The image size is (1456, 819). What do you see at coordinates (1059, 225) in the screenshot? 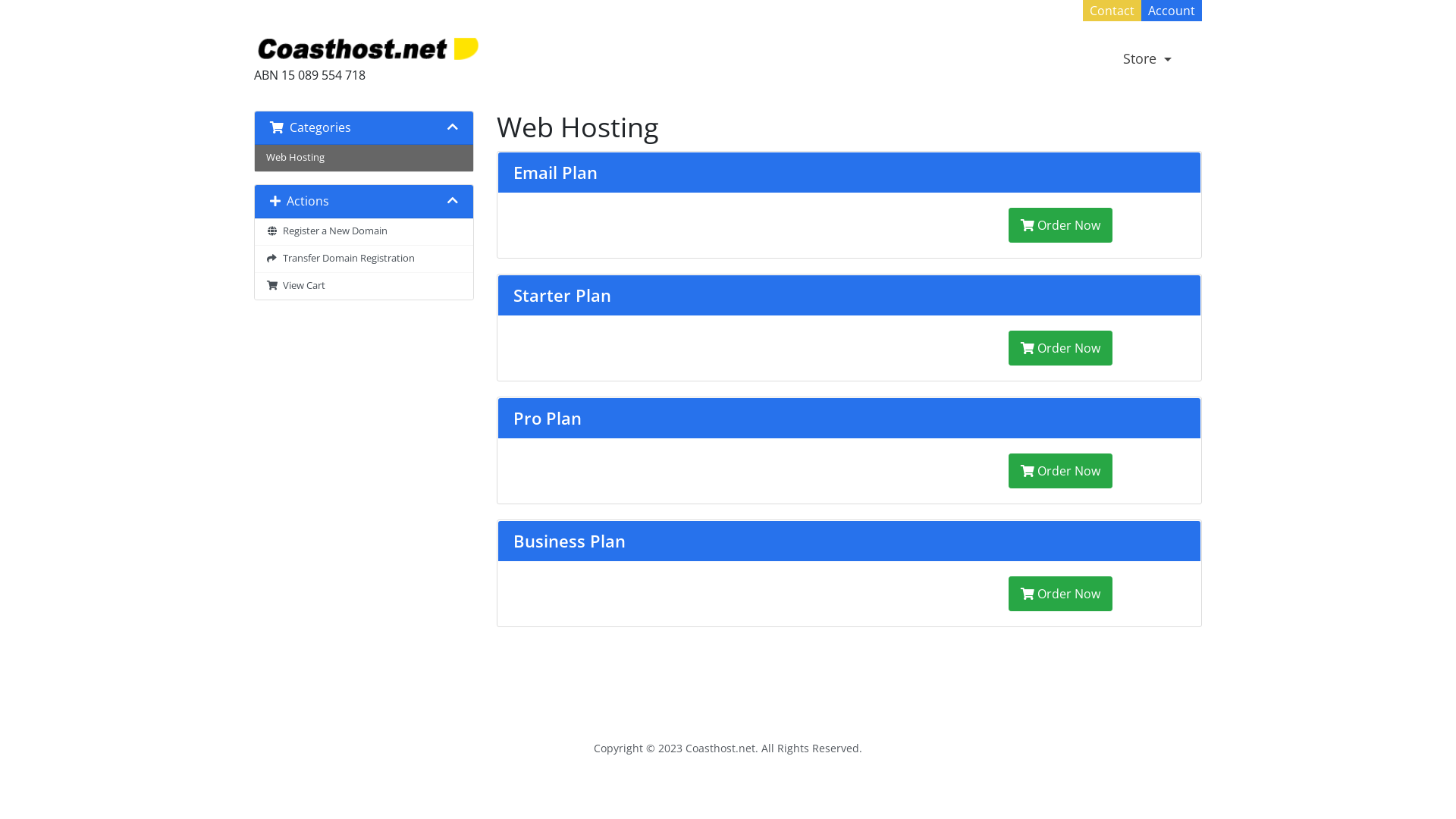
I see `'Order Now'` at bounding box center [1059, 225].